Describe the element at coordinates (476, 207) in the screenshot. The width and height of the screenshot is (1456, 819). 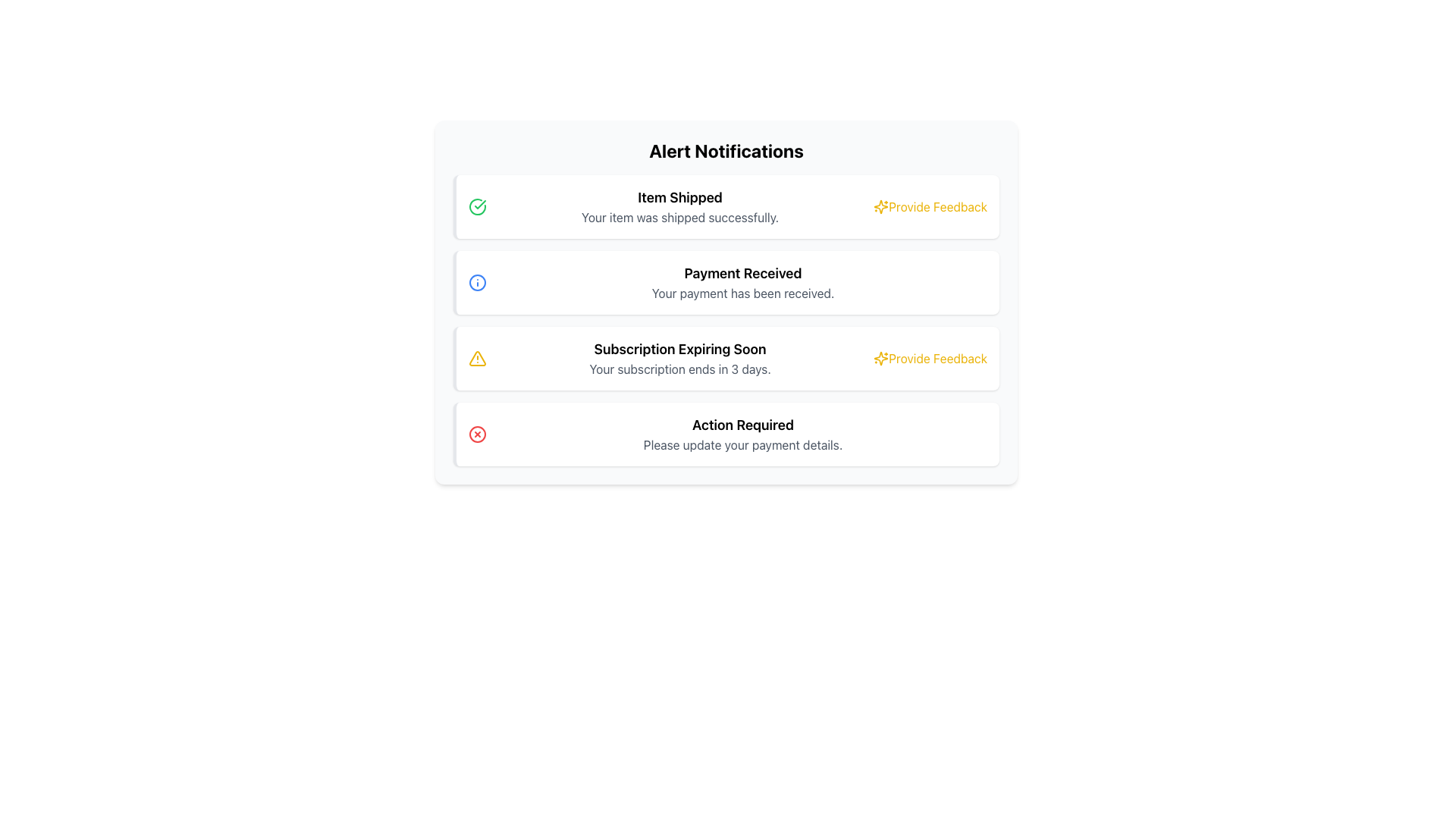
I see `the green checkmark icon within the circular outline located to the left of the 'Item Shipped' notification text` at that location.